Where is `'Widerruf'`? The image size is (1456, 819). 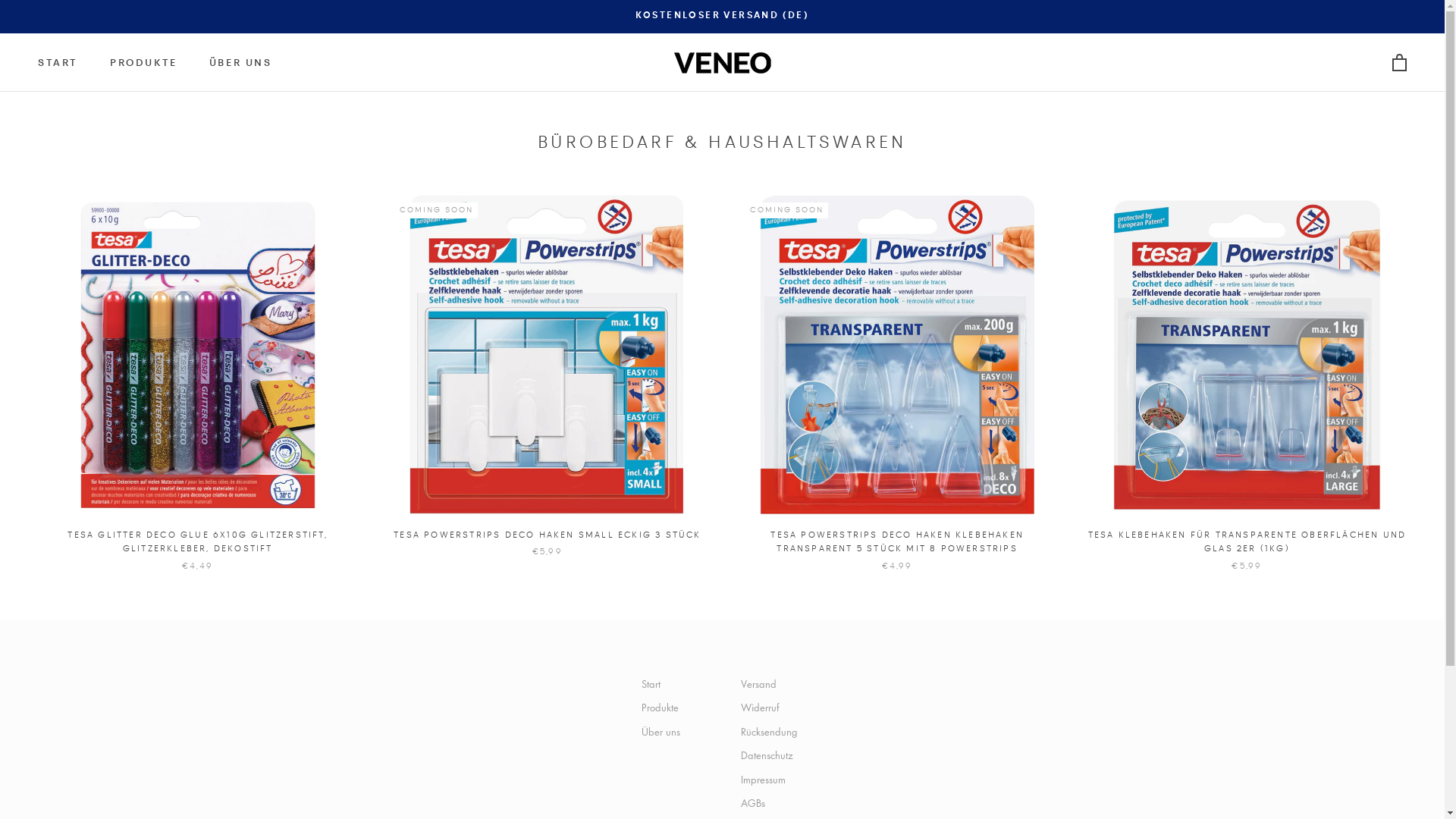 'Widerruf' is located at coordinates (771, 708).